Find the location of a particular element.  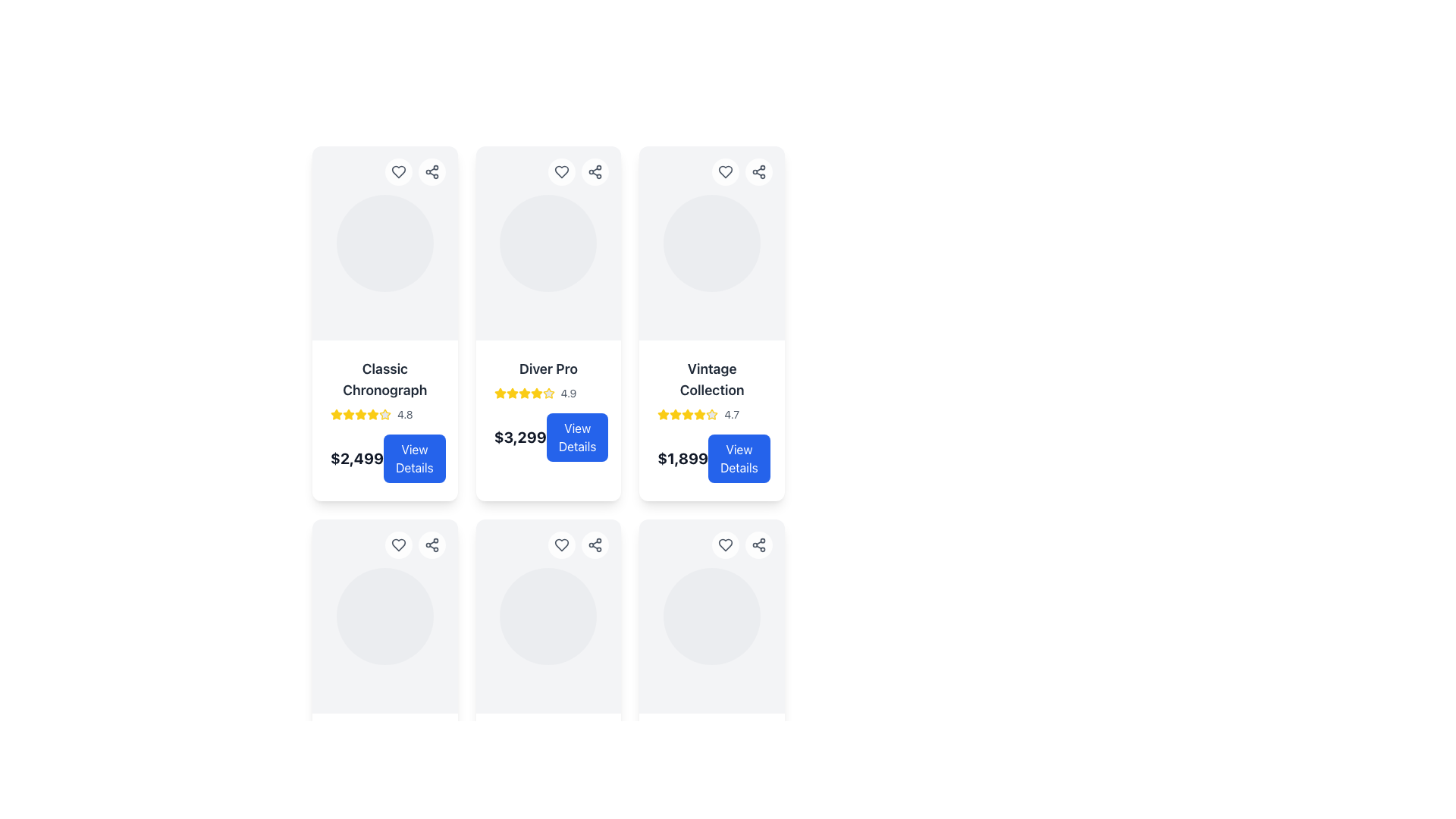

the 'View Details' button in the pricing section of the 'Vintage Collection' product card is located at coordinates (711, 458).